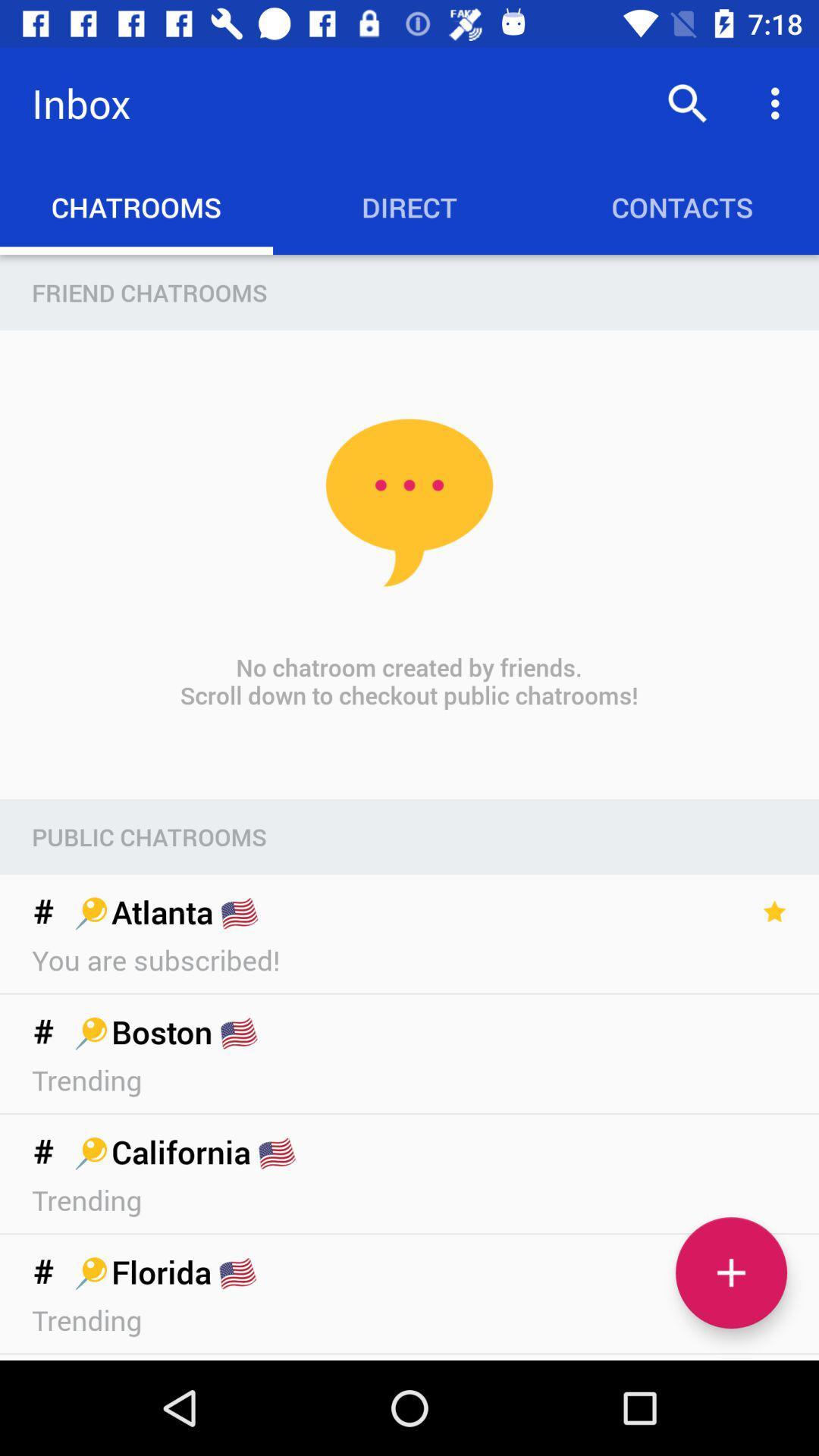 This screenshot has height=1456, width=819. I want to click on open chatroom, so click(730, 1272).